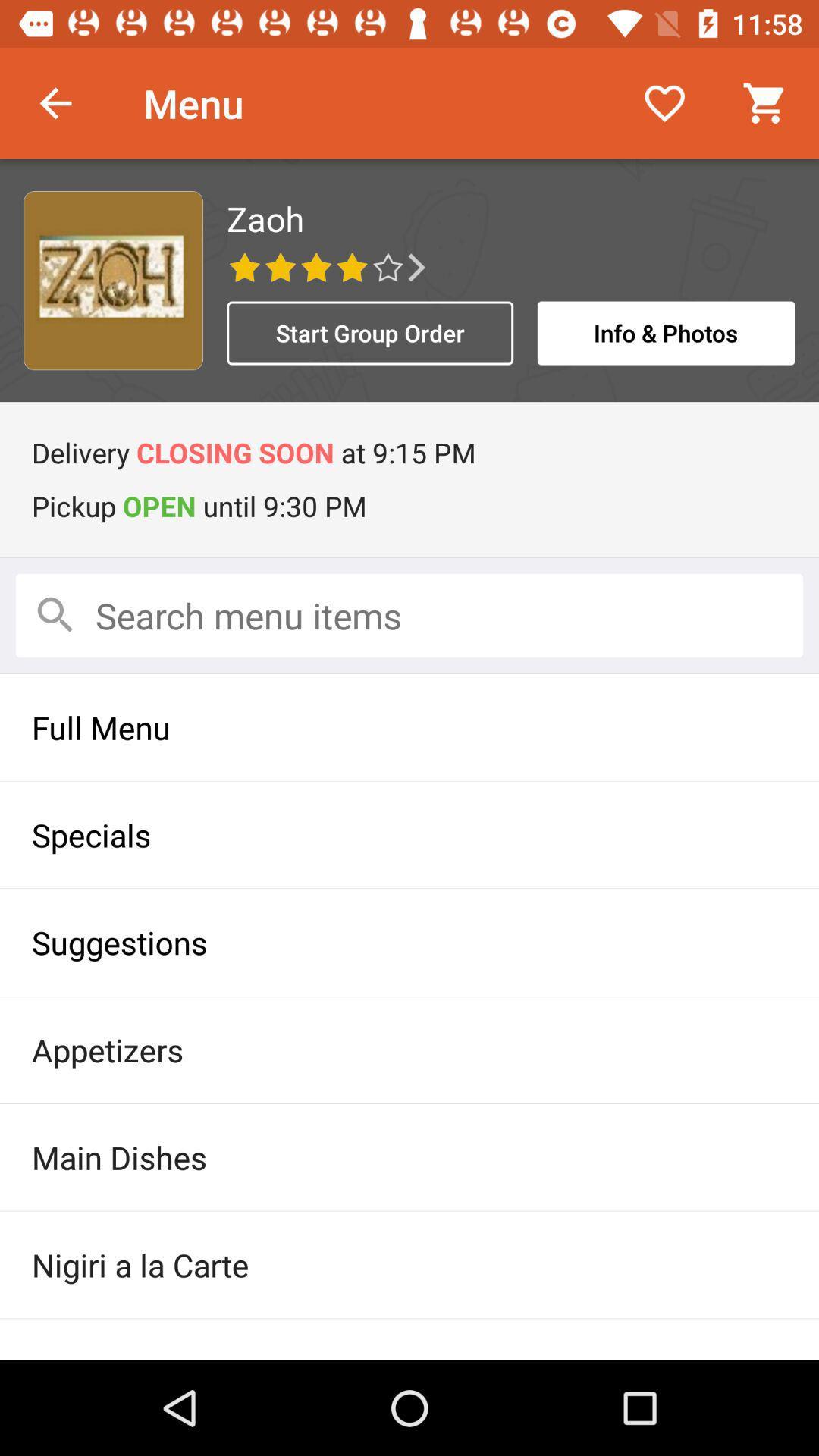 The height and width of the screenshot is (1456, 819). Describe the element at coordinates (409, 1156) in the screenshot. I see `item below appetizers icon` at that location.